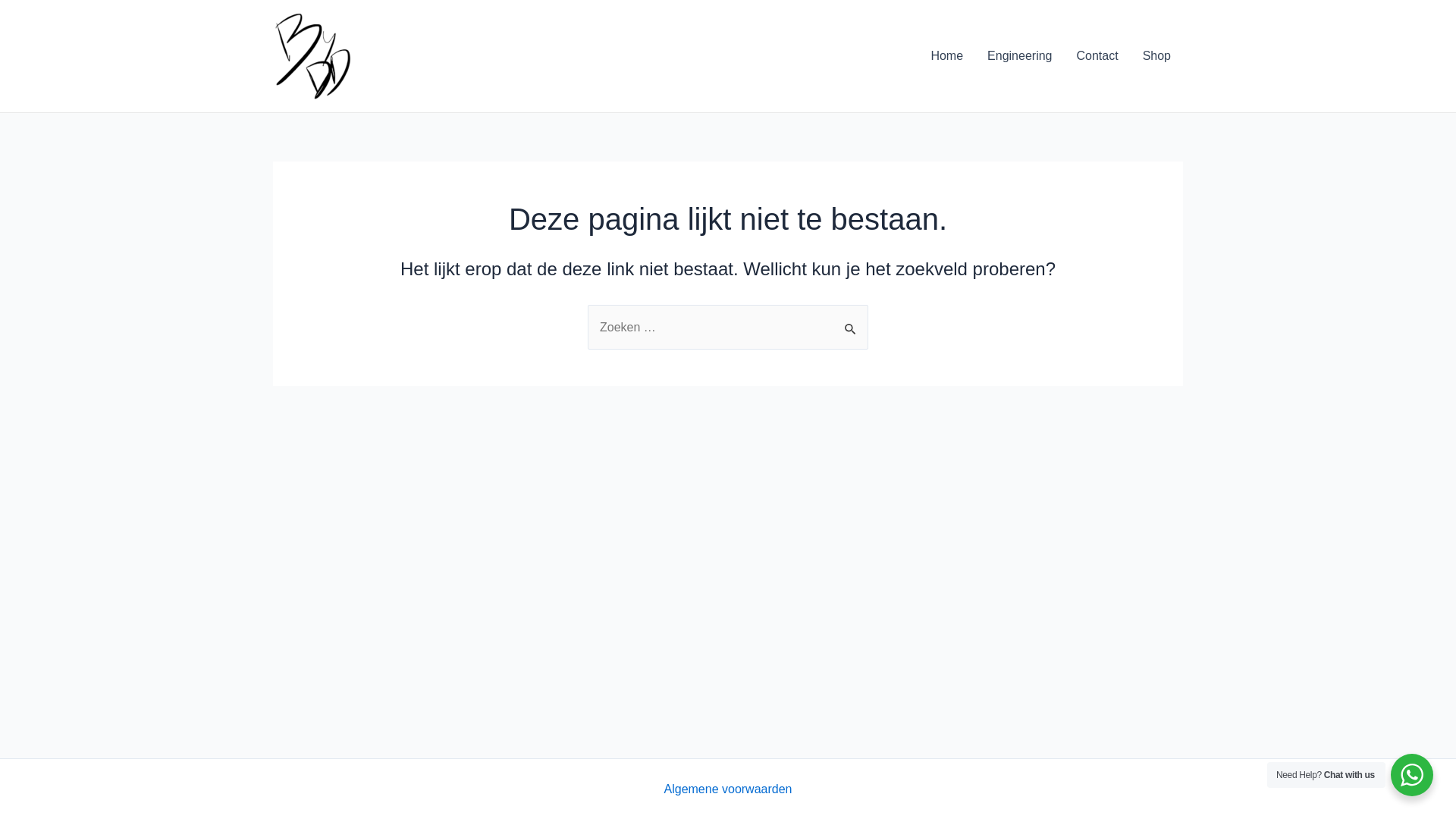 This screenshot has height=819, width=1456. Describe the element at coordinates (851, 320) in the screenshot. I see `'Zoeken'` at that location.